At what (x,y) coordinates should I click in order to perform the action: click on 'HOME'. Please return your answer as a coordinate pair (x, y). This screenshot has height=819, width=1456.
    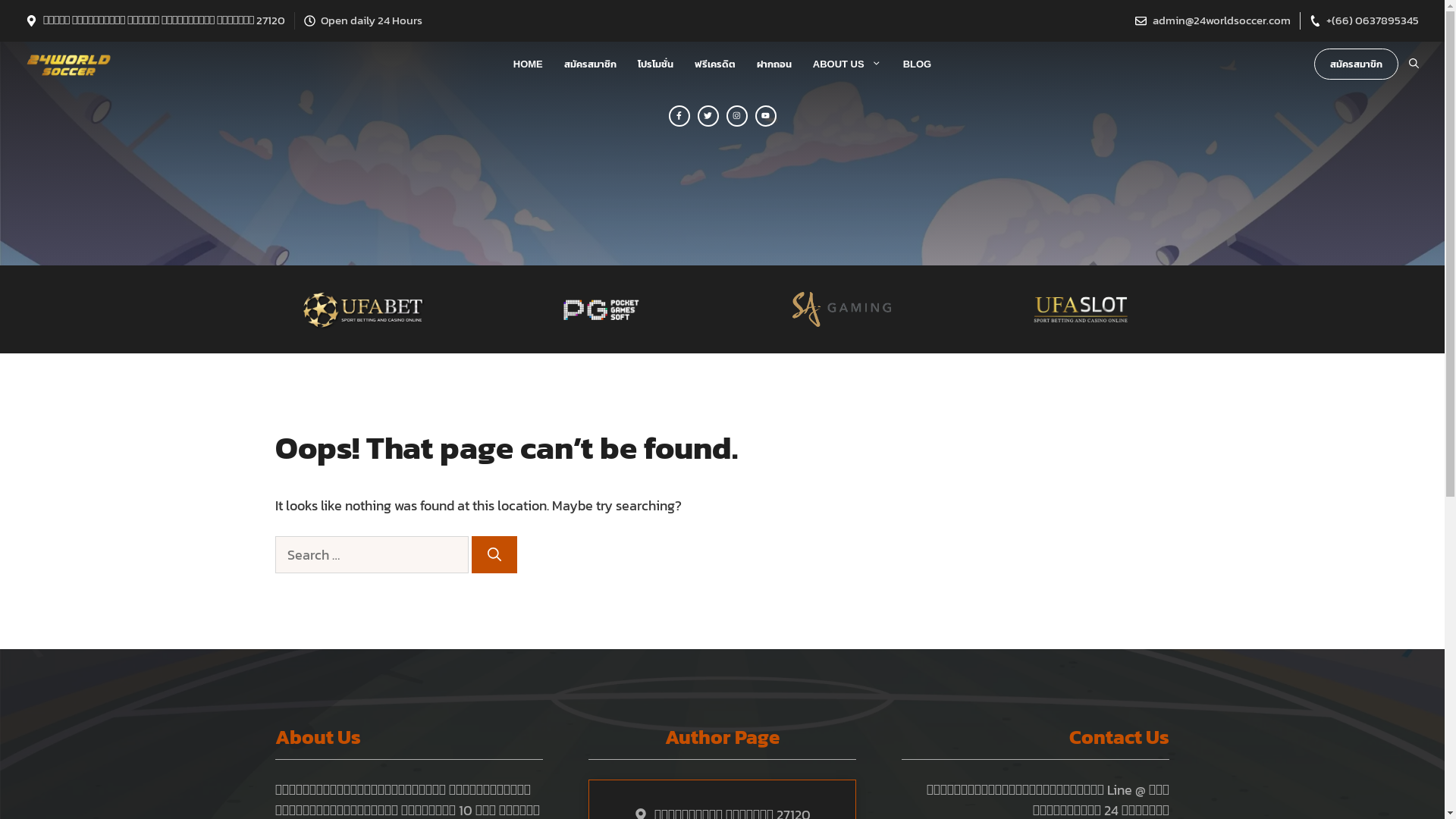
    Looking at the image, I should click on (528, 63).